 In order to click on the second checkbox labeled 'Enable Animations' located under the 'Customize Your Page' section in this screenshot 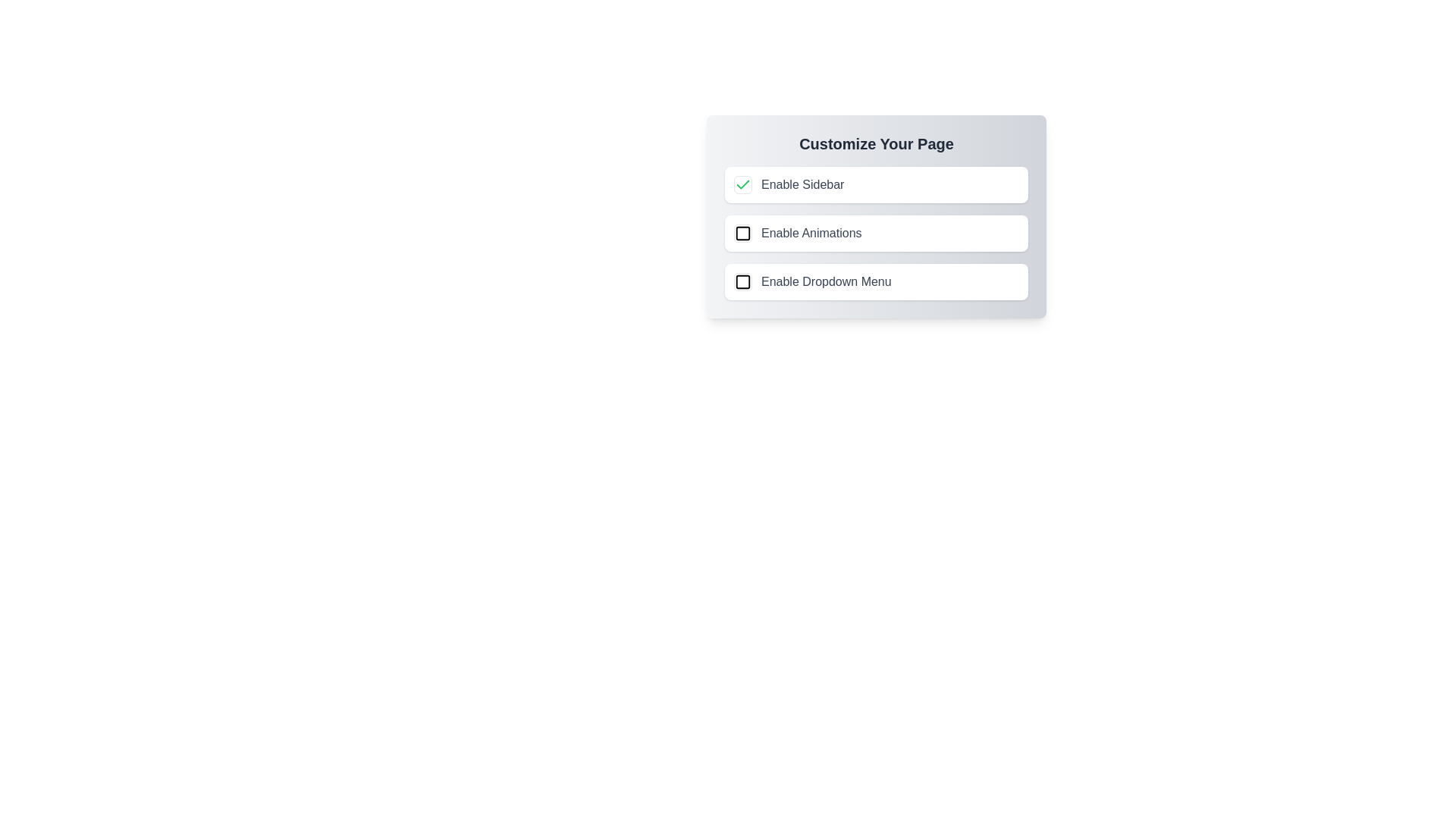, I will do `click(742, 234)`.